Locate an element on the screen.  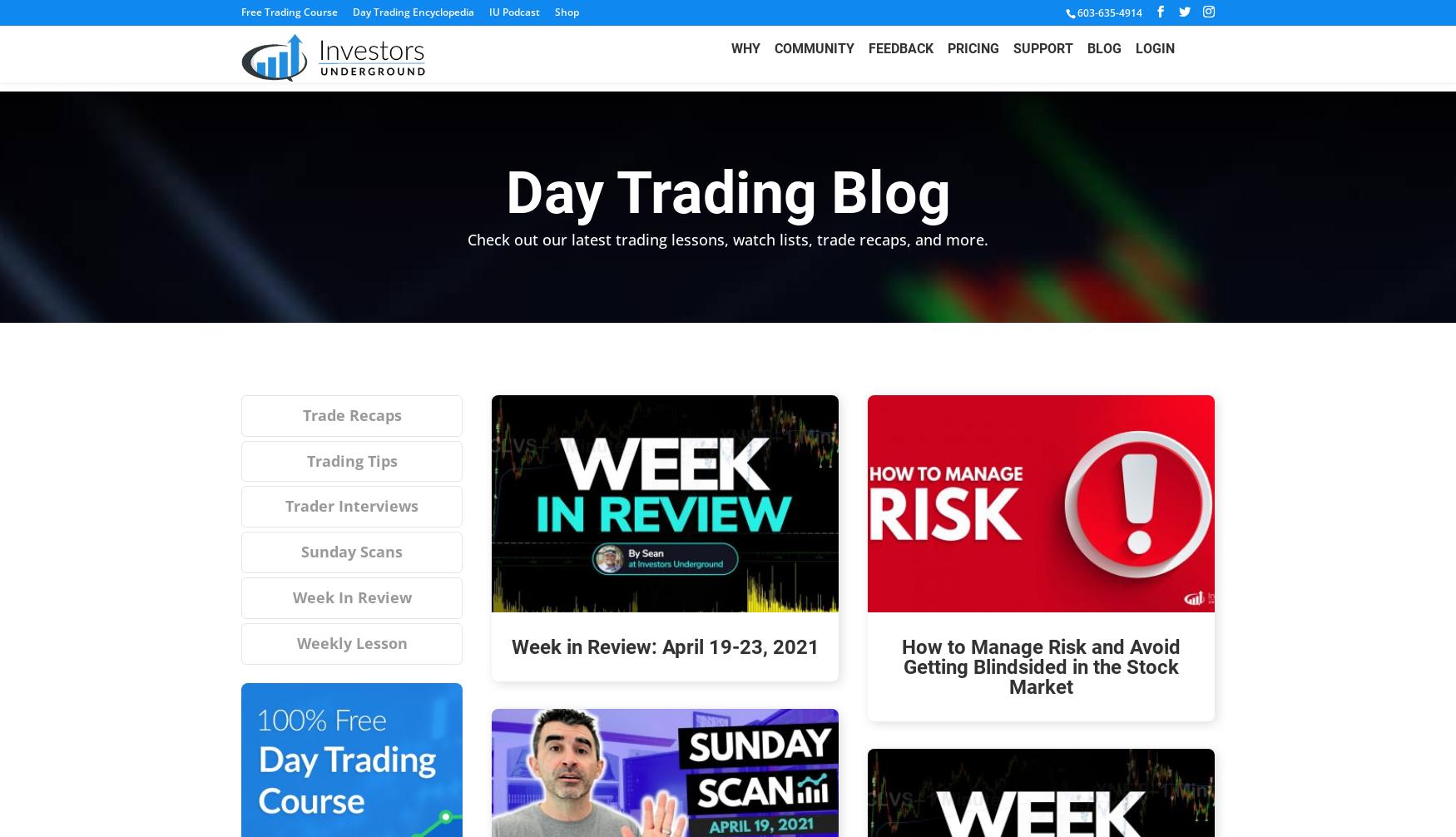
'COMMUNITY' is located at coordinates (814, 58).